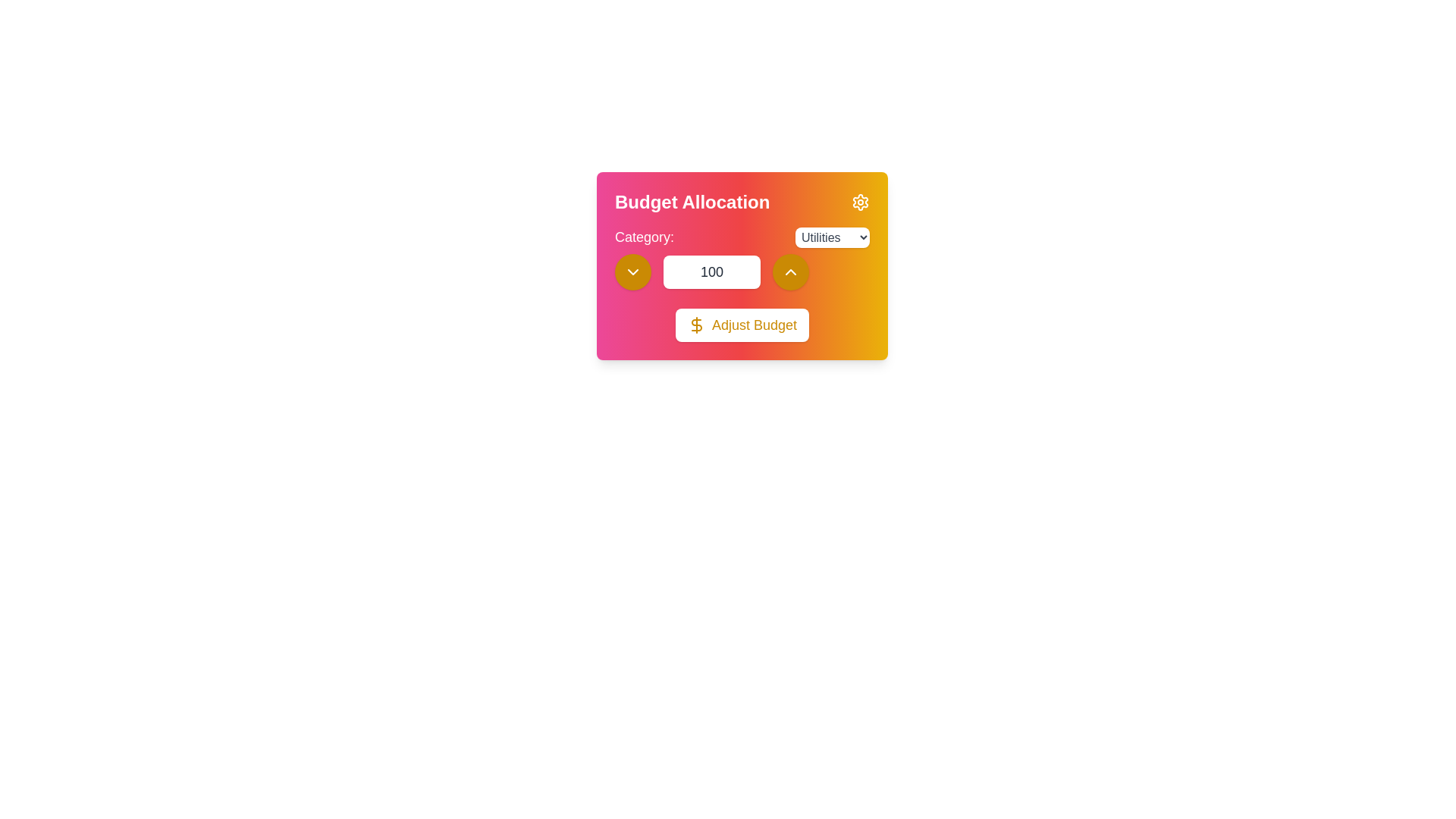 The width and height of the screenshot is (1456, 819). What do you see at coordinates (789, 271) in the screenshot?
I see `the button that increases the numeric value in the adjacent input field by one unit to change its appearance` at bounding box center [789, 271].